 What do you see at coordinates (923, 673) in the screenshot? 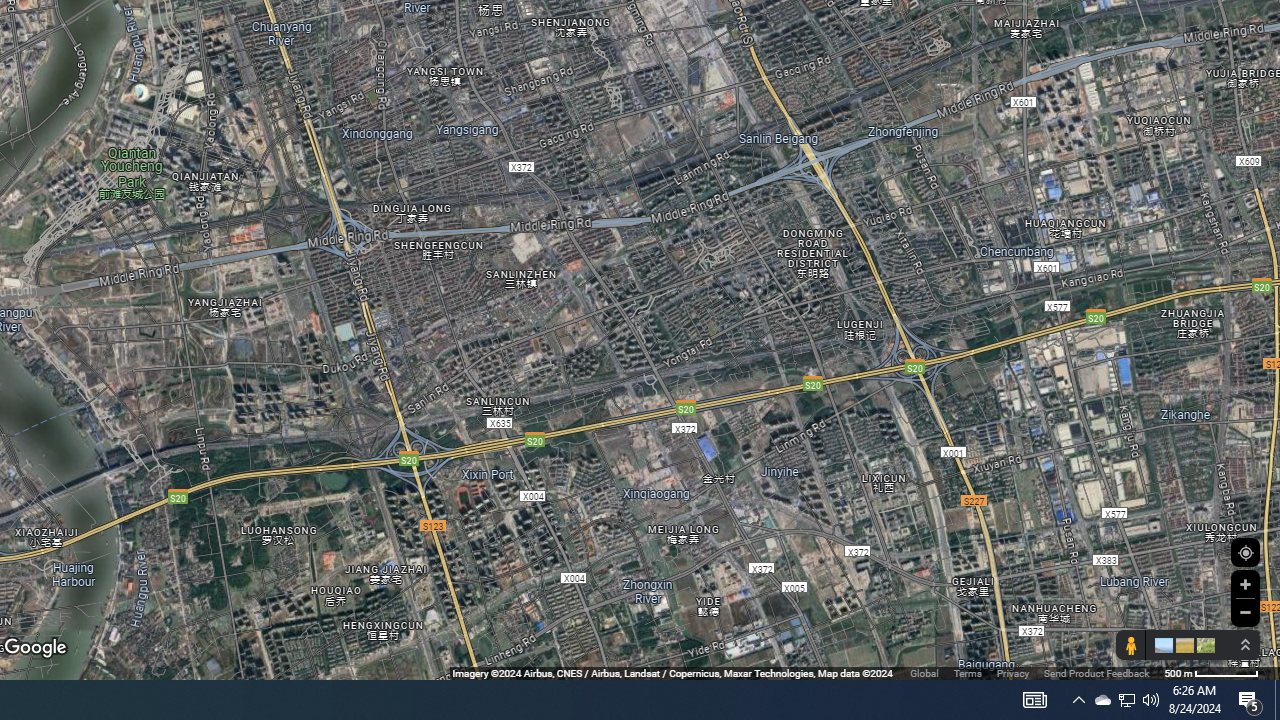
I see `'Global'` at bounding box center [923, 673].